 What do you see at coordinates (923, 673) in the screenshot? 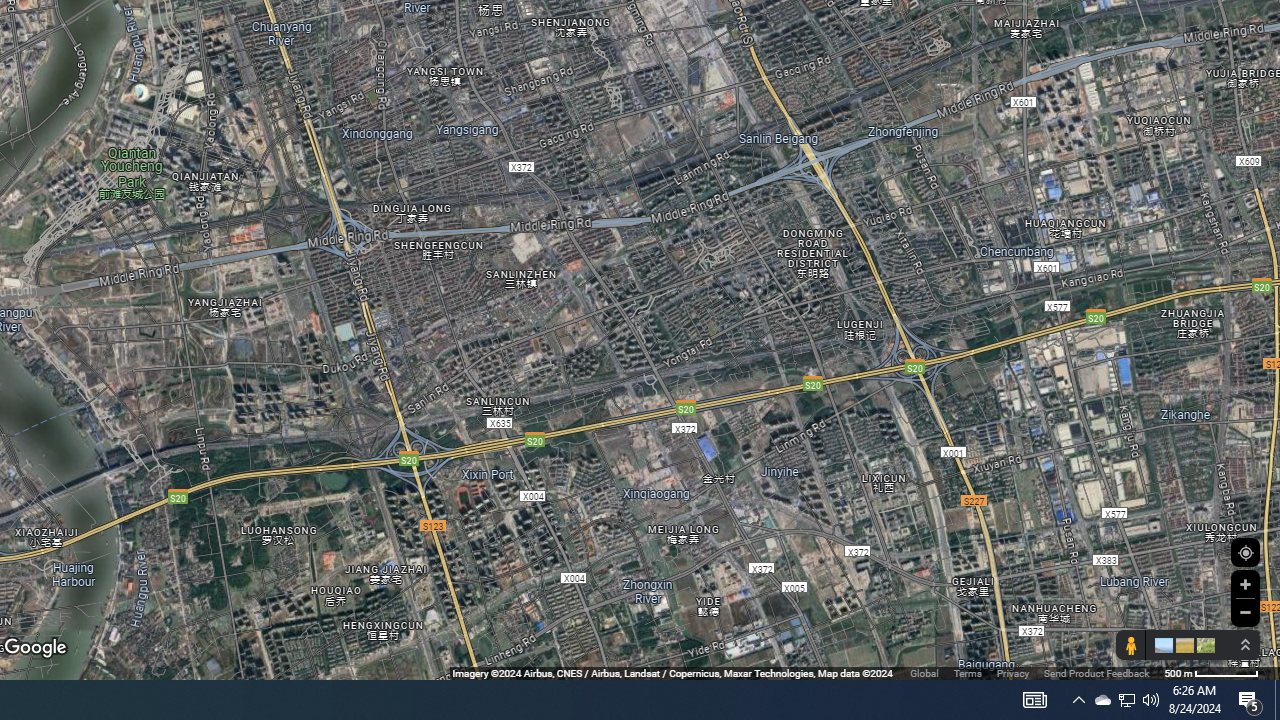
I see `'Global'` at bounding box center [923, 673].